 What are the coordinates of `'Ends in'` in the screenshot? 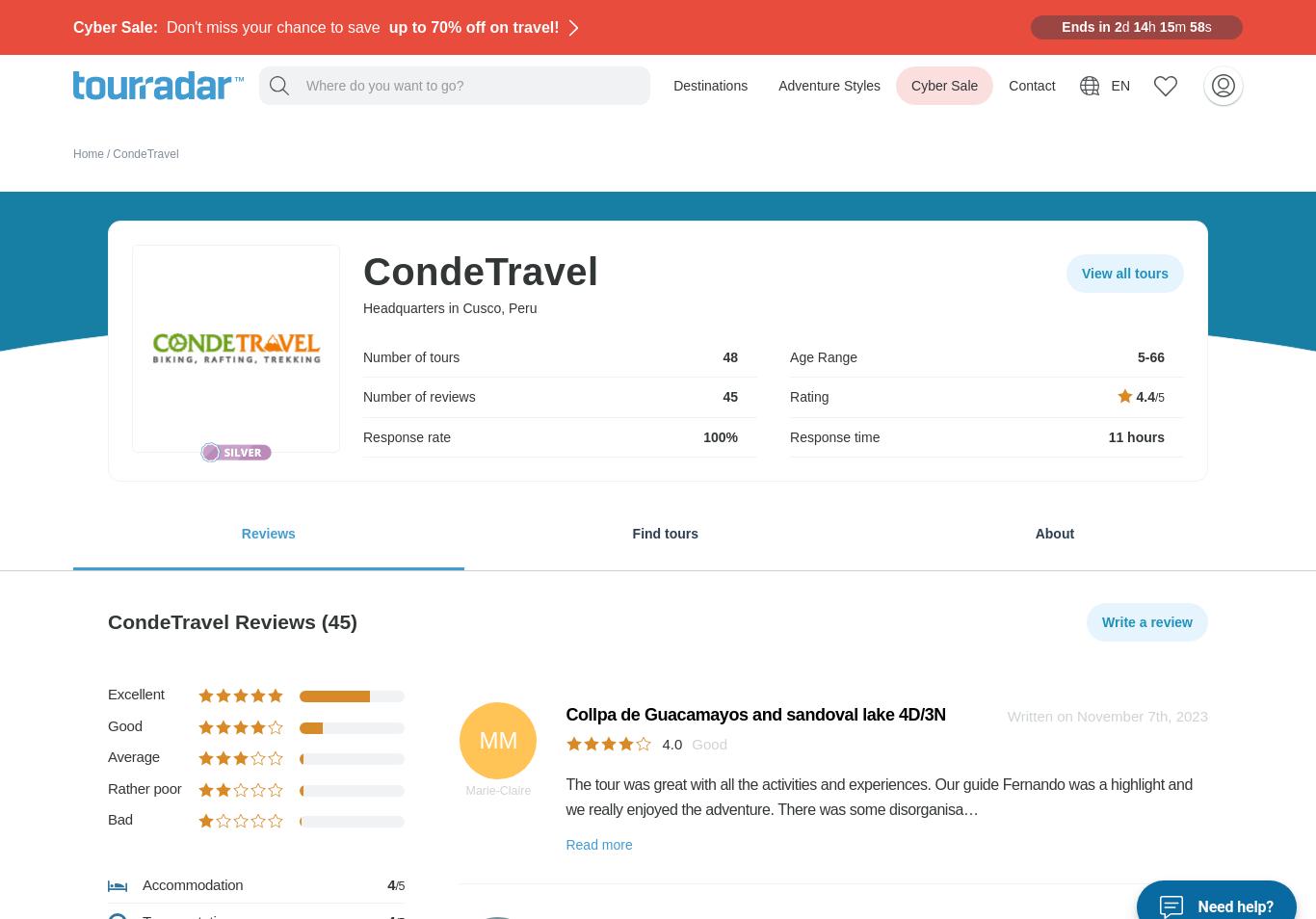 It's located at (1084, 26).